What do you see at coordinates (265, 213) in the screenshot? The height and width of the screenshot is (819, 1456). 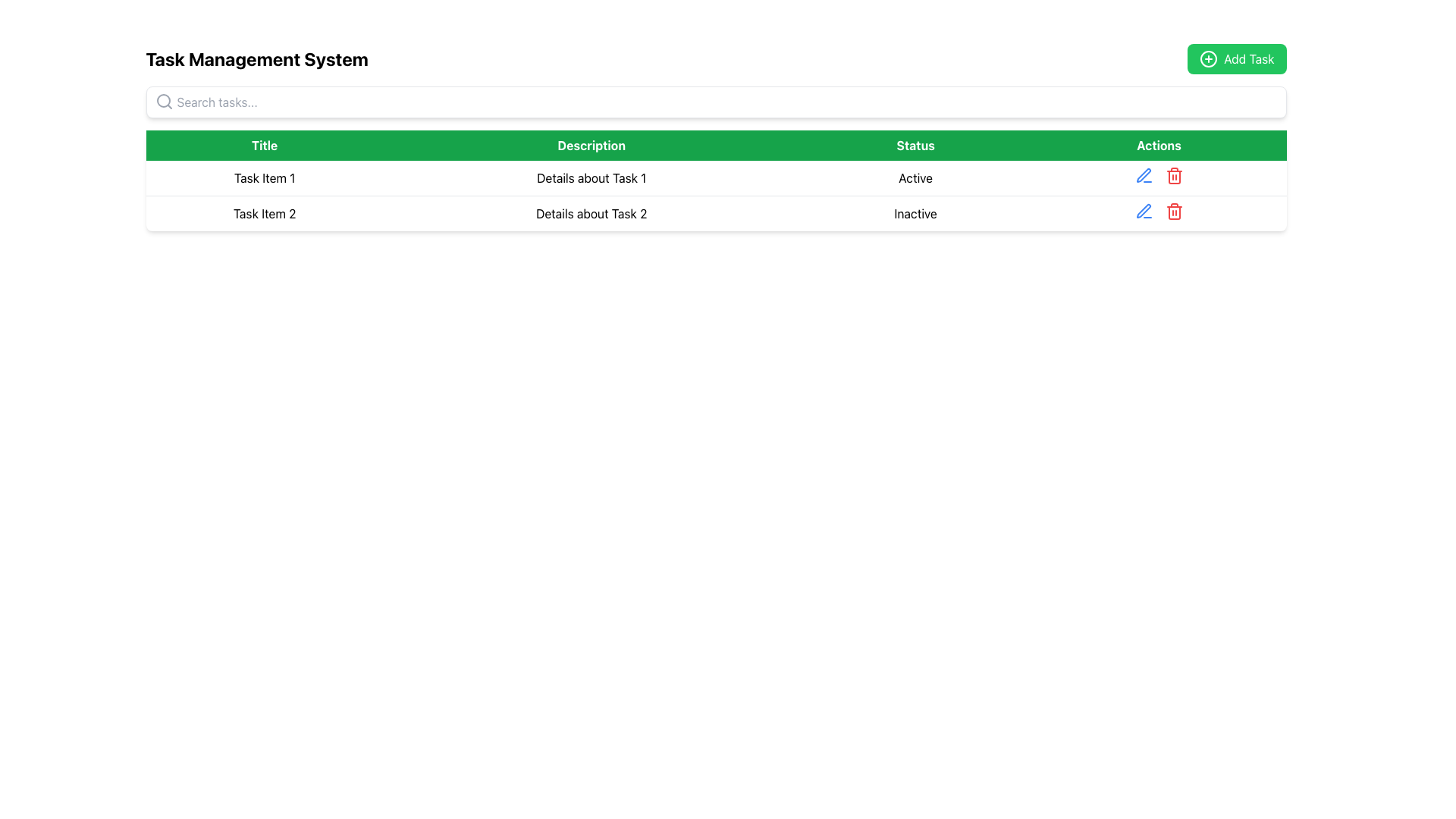 I see `the Text Label indicating the title of the task in the second row of the table under the 'Title' column, positioned below 'Task Item 1'` at bounding box center [265, 213].